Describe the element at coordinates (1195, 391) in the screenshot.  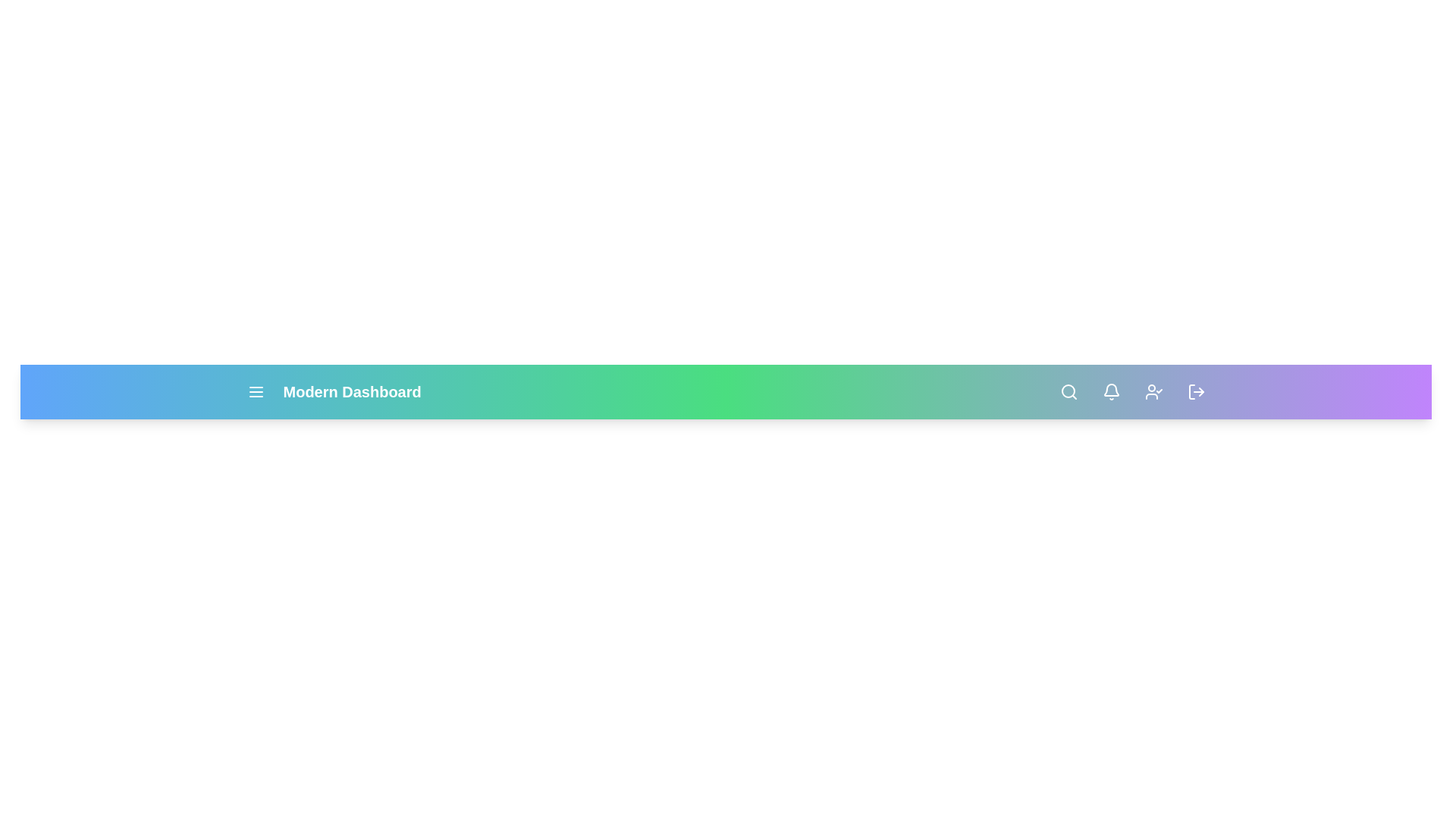
I see `the log-out button to sign out` at that location.